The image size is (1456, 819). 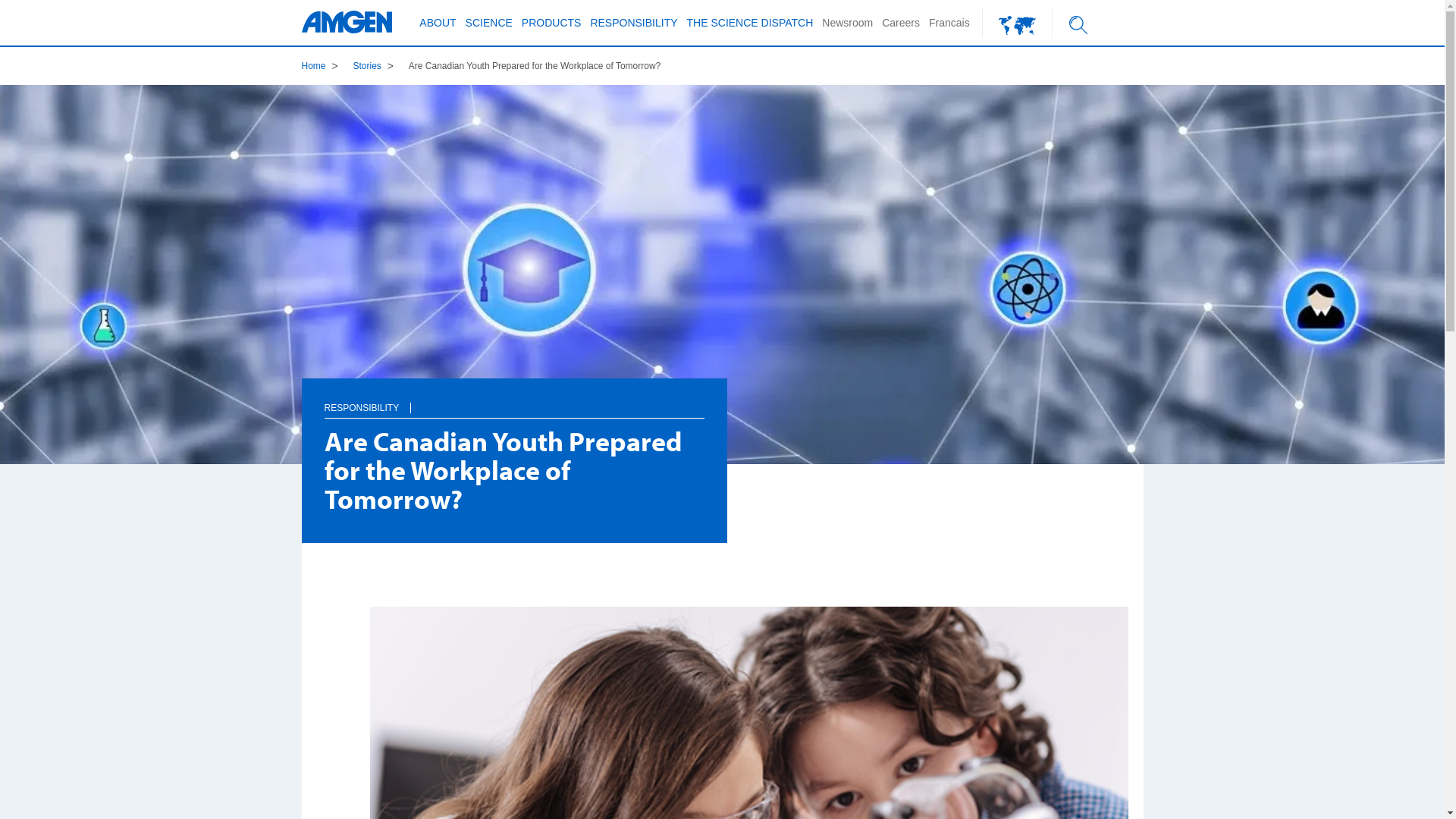 I want to click on 'RESPONSIBILITY', so click(x=361, y=406).